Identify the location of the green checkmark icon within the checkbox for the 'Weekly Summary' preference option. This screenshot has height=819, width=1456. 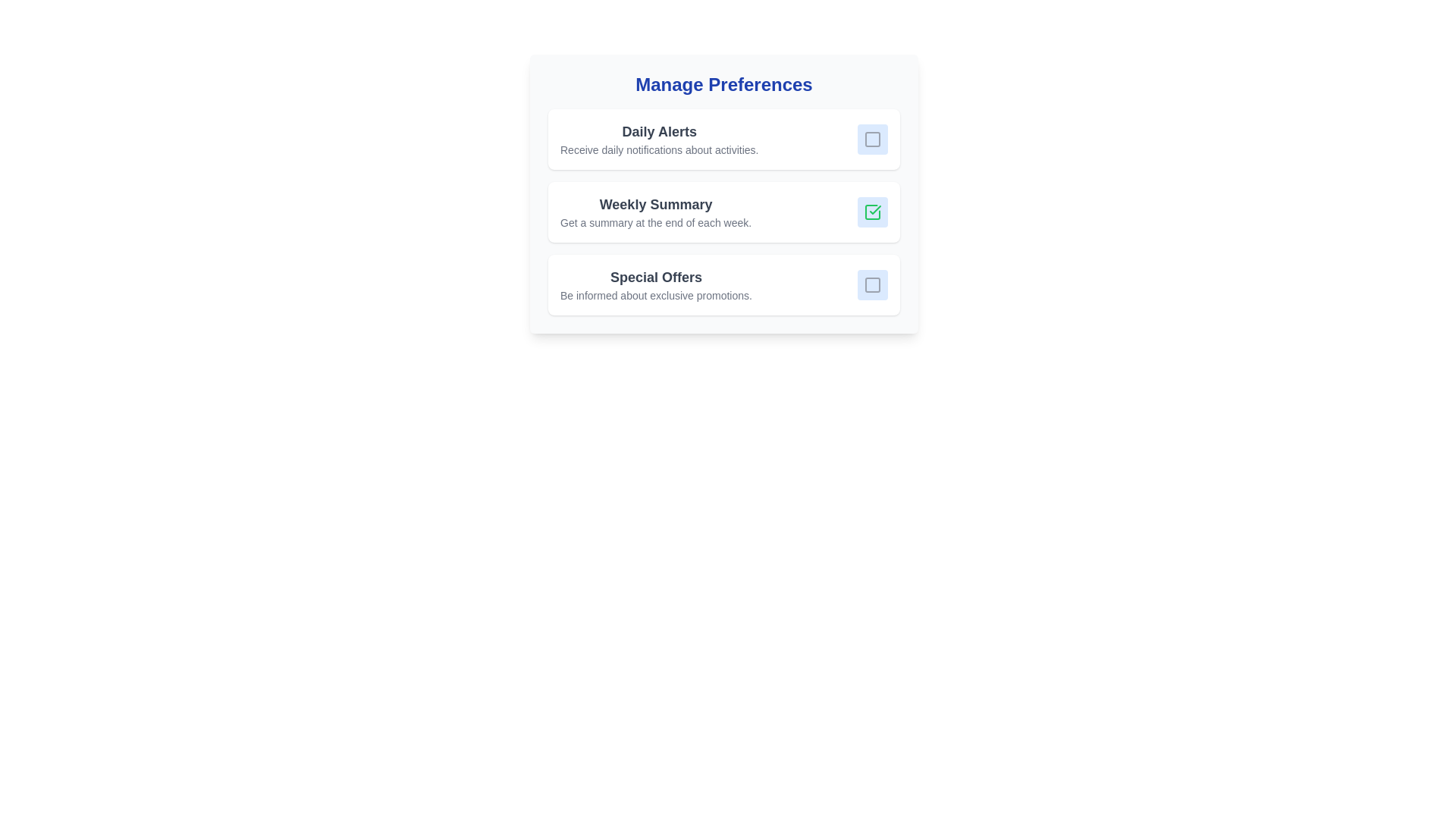
(873, 212).